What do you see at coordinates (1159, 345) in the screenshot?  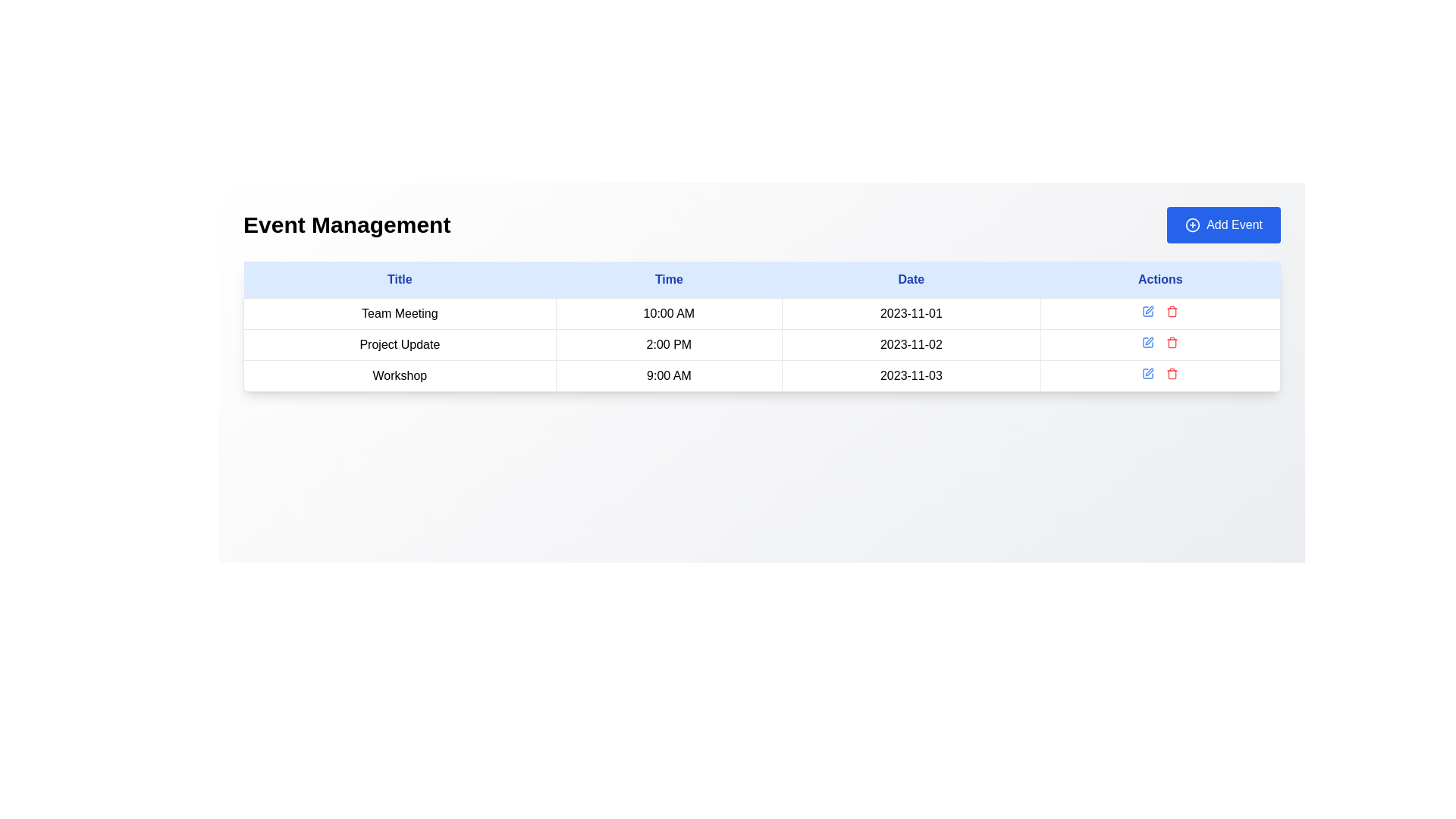 I see `the red trash icon located in the fourth cell of the second row in the 'Event Management' table` at bounding box center [1159, 345].